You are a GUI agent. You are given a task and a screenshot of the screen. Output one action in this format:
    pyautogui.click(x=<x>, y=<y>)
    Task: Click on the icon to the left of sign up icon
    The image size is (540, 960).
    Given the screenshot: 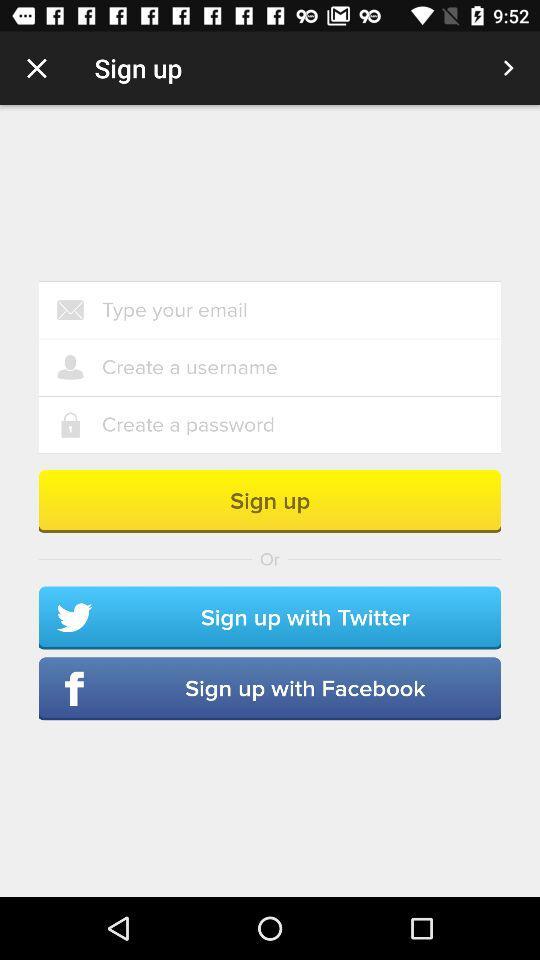 What is the action you would take?
    pyautogui.click(x=36, y=68)
    